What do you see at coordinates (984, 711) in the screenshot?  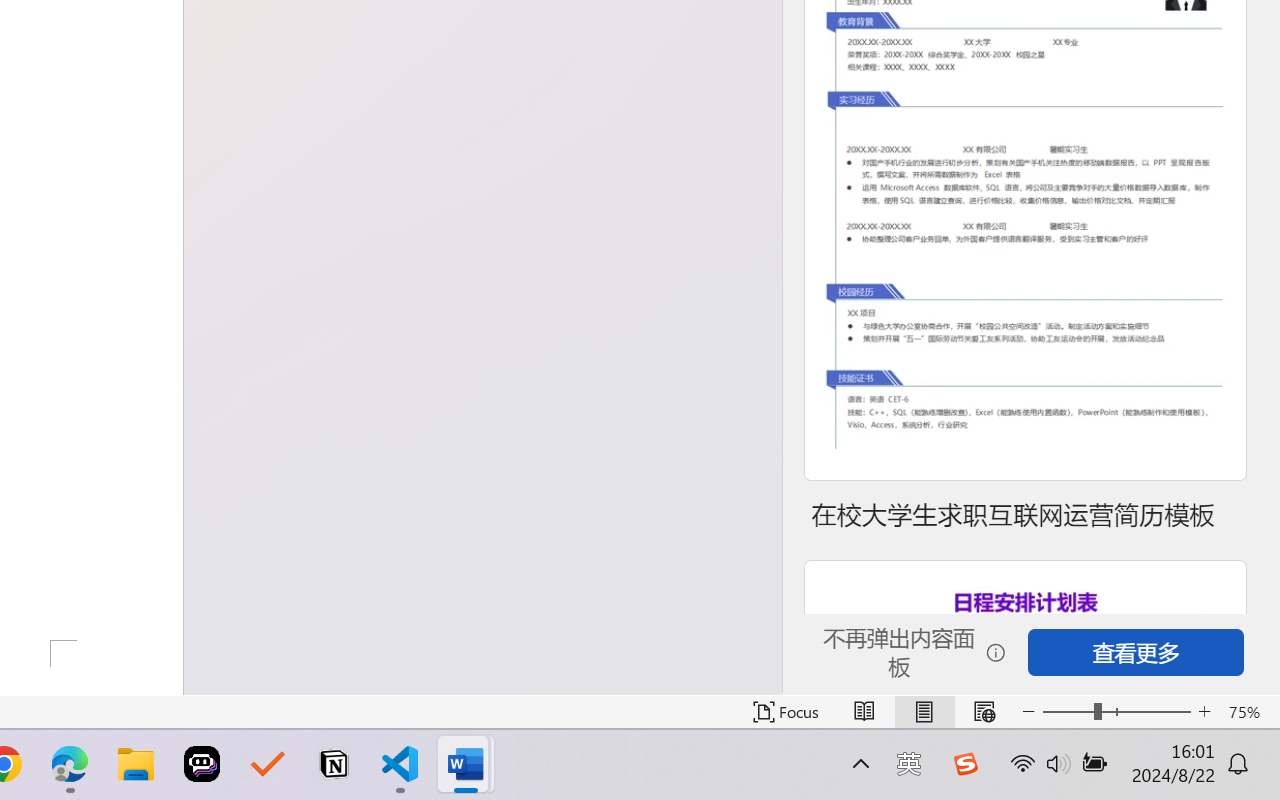 I see `'Web Layout'` at bounding box center [984, 711].